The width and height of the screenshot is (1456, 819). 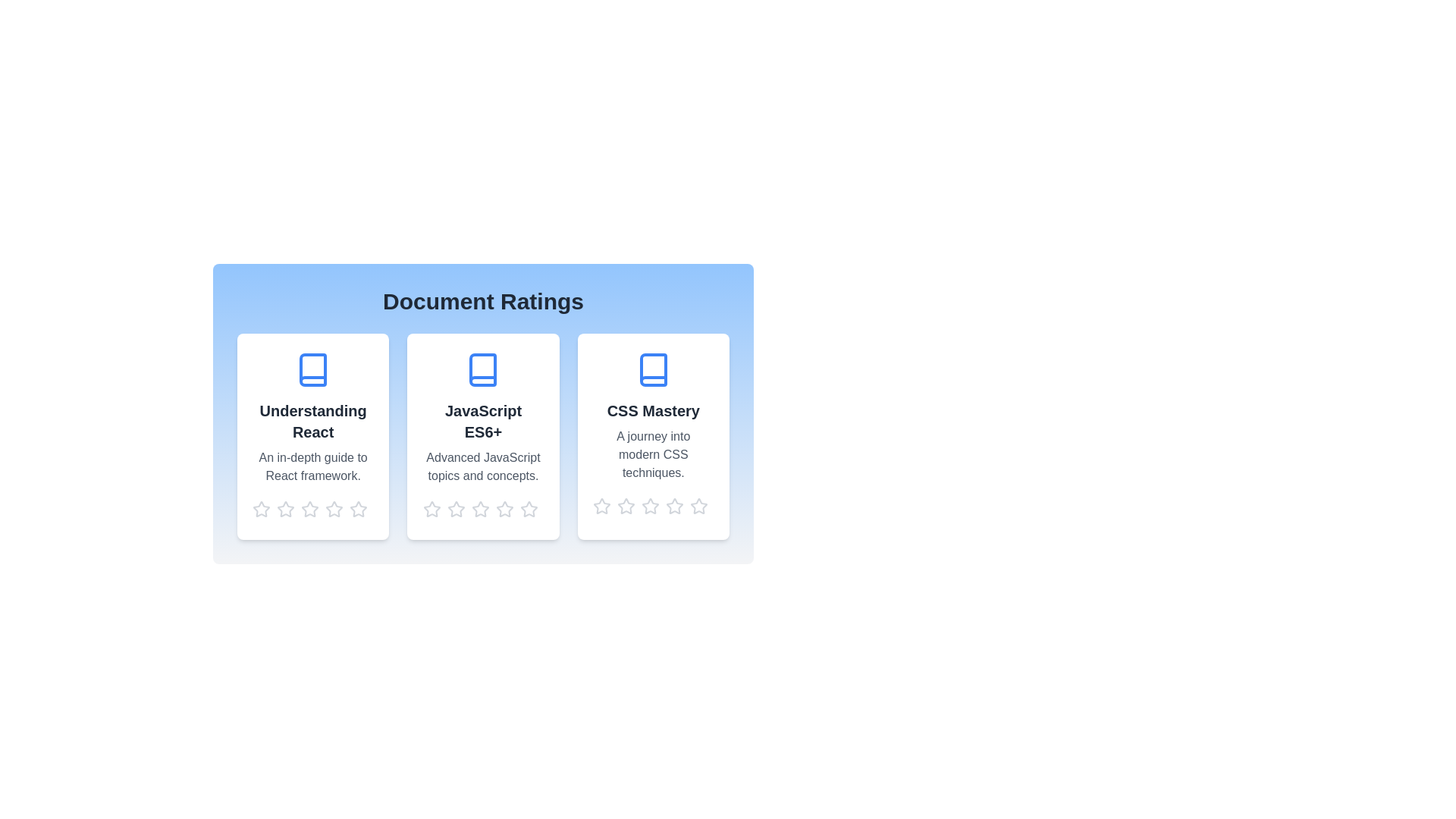 I want to click on the document icon for the document titled JavaScript ES6+, so click(x=482, y=370).